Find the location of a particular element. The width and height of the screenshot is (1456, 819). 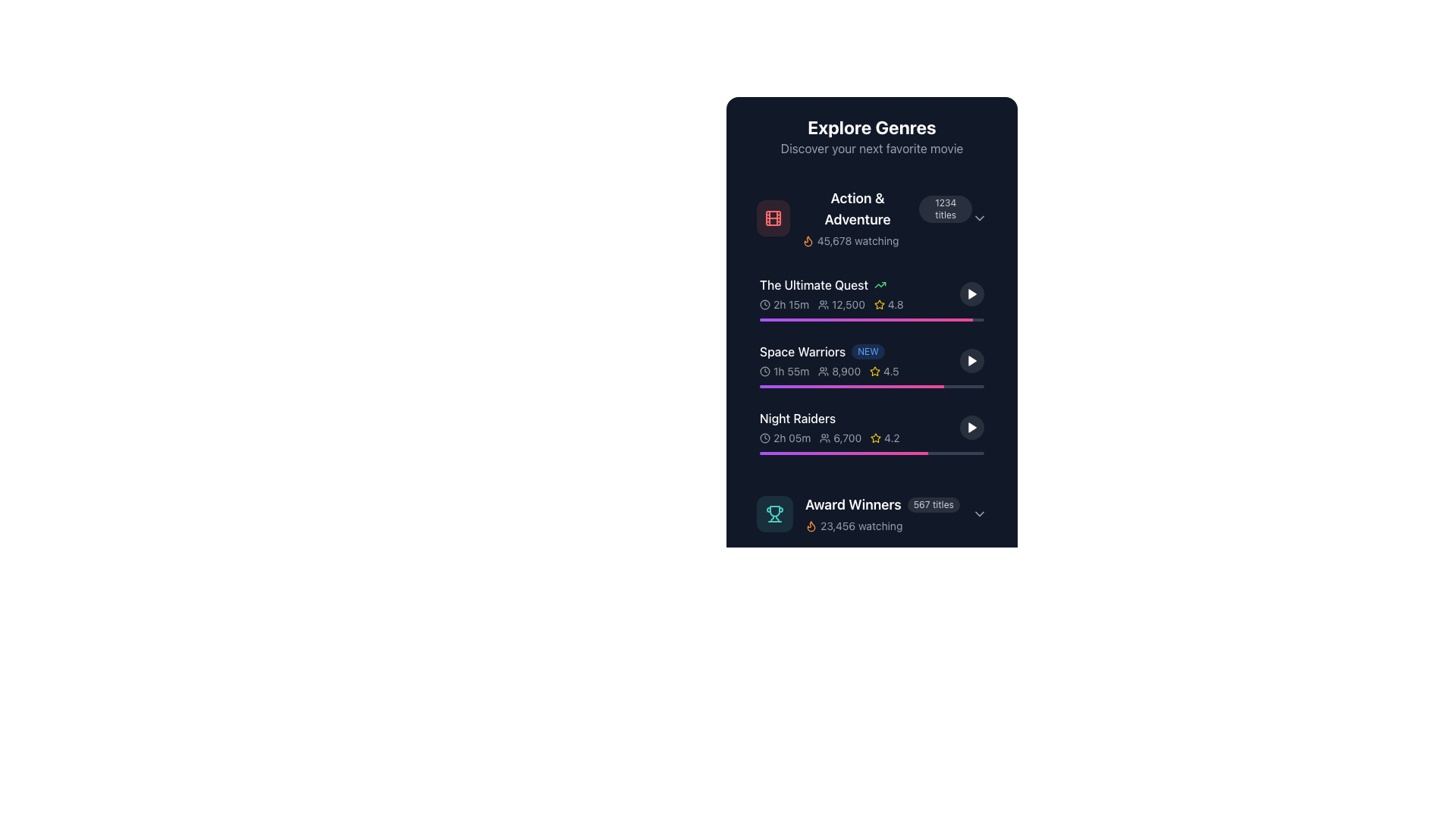

the filmstrip icon located in the 'Action & Adventure' section, which is positioned to the left of the section title text and has a muted red background is located at coordinates (773, 218).